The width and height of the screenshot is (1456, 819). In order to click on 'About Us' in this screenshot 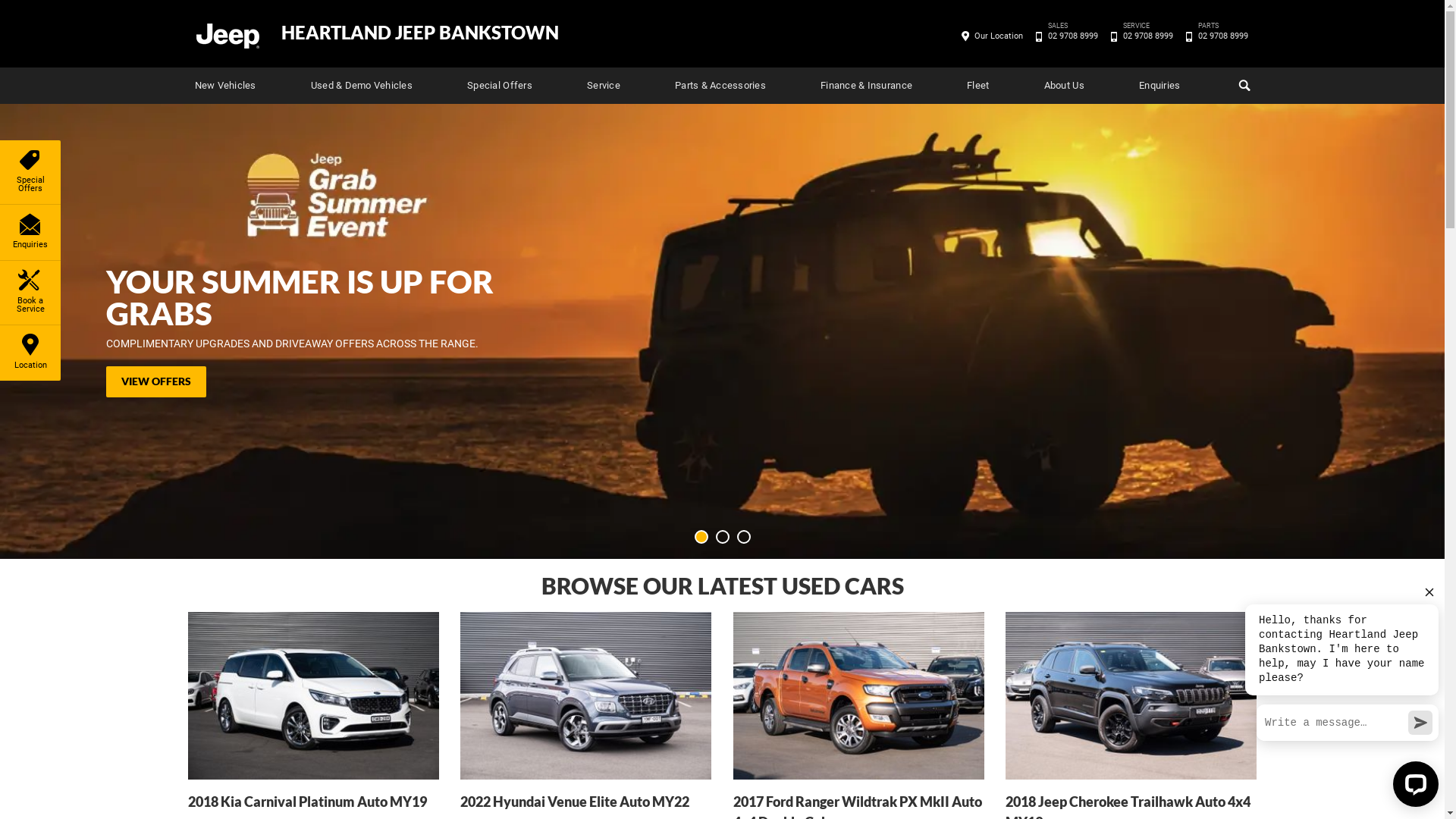, I will do `click(1063, 85)`.